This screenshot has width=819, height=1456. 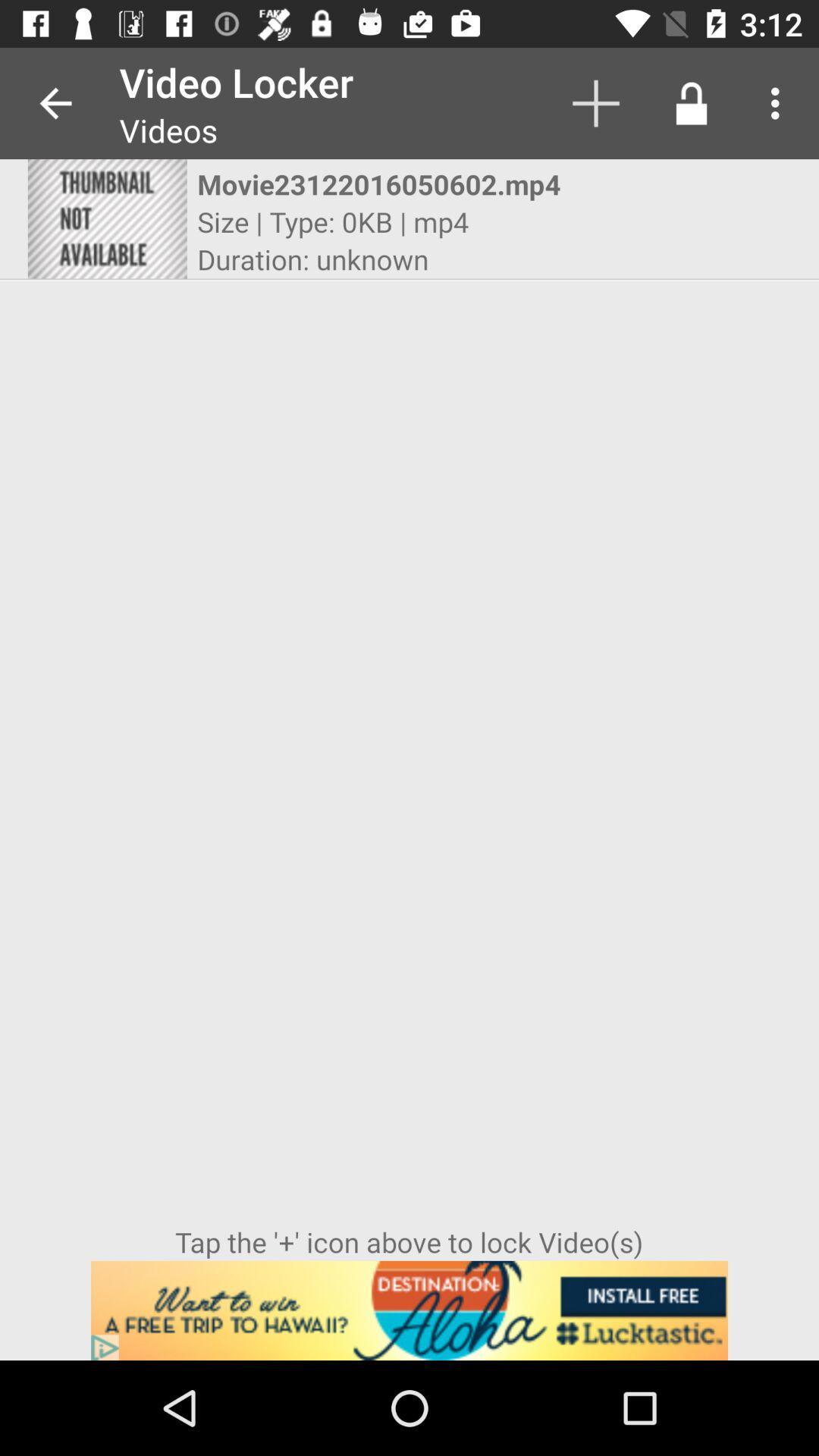 I want to click on duration: unknown item, so click(x=312, y=259).